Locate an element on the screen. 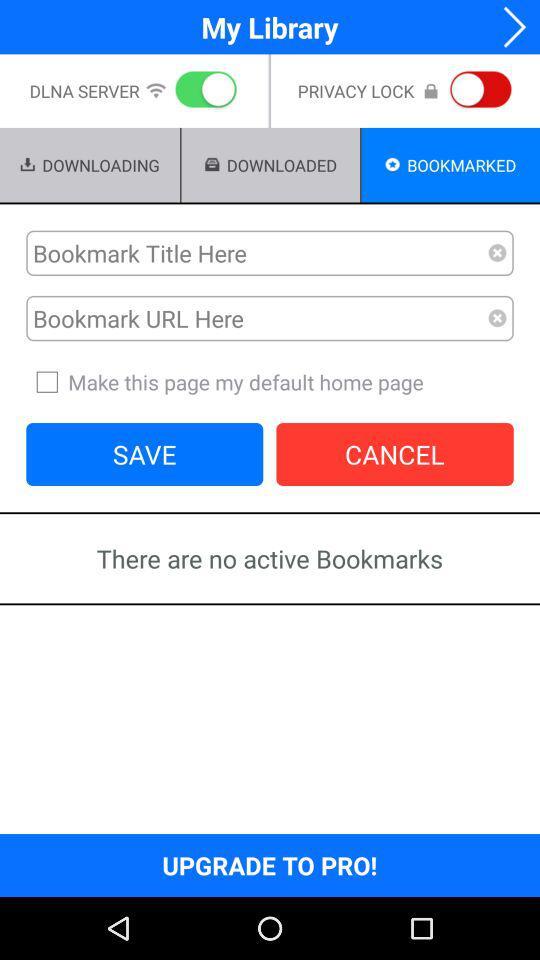 This screenshot has height=960, width=540. bookmark url here is located at coordinates (257, 318).